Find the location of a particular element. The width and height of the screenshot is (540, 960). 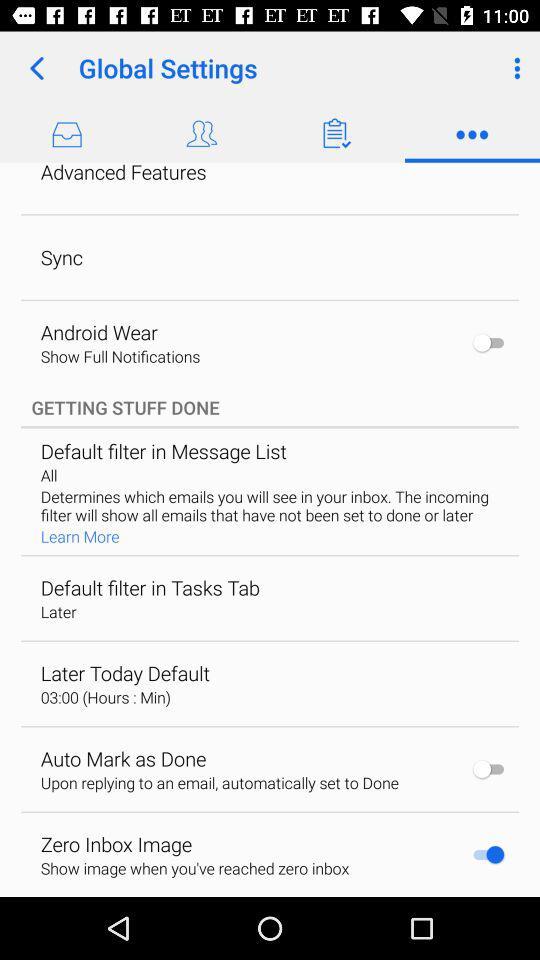

the show full notifications item is located at coordinates (120, 356).